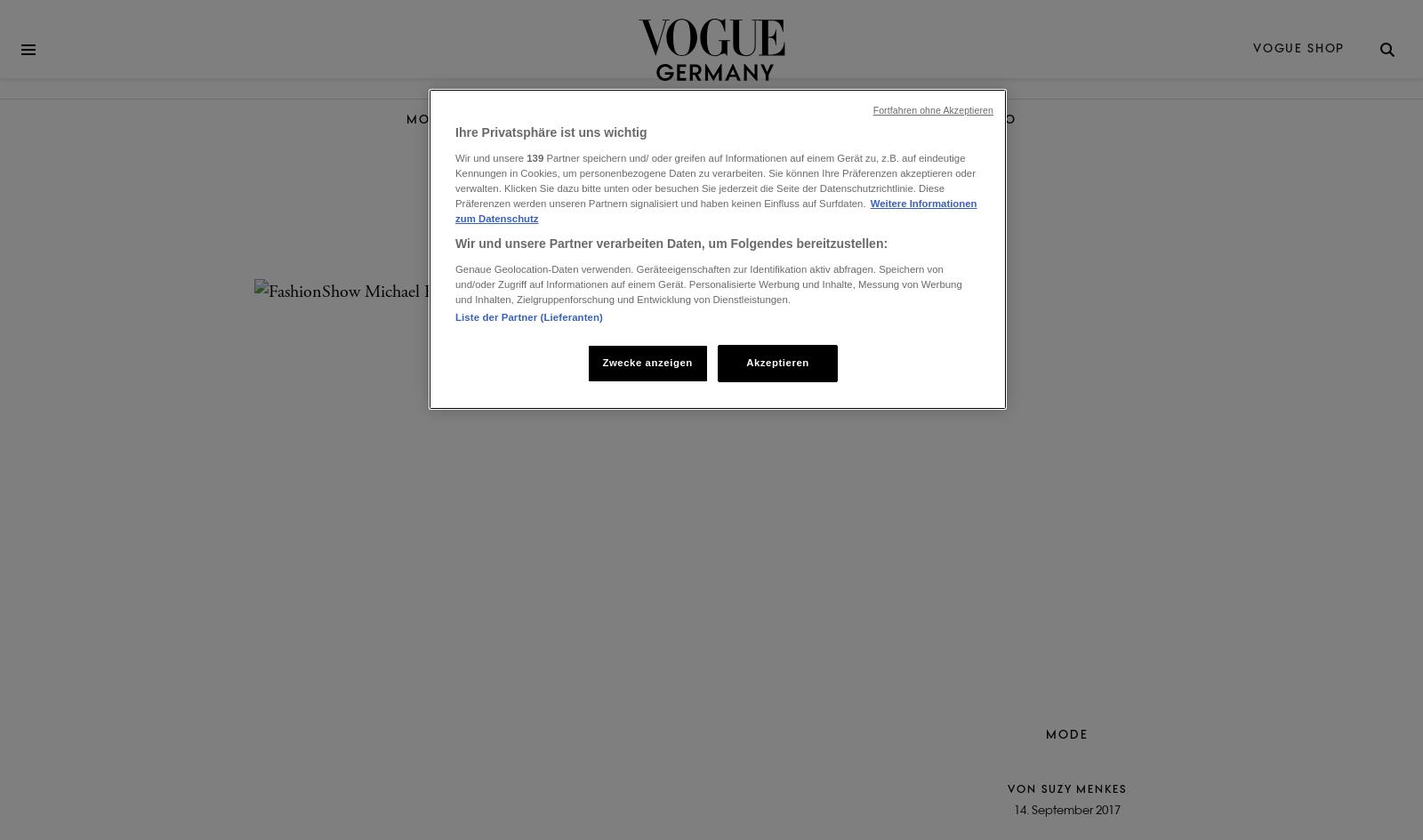 The width and height of the screenshot is (1423, 840). What do you see at coordinates (713, 118) in the screenshot?
I see `'Kultur'` at bounding box center [713, 118].